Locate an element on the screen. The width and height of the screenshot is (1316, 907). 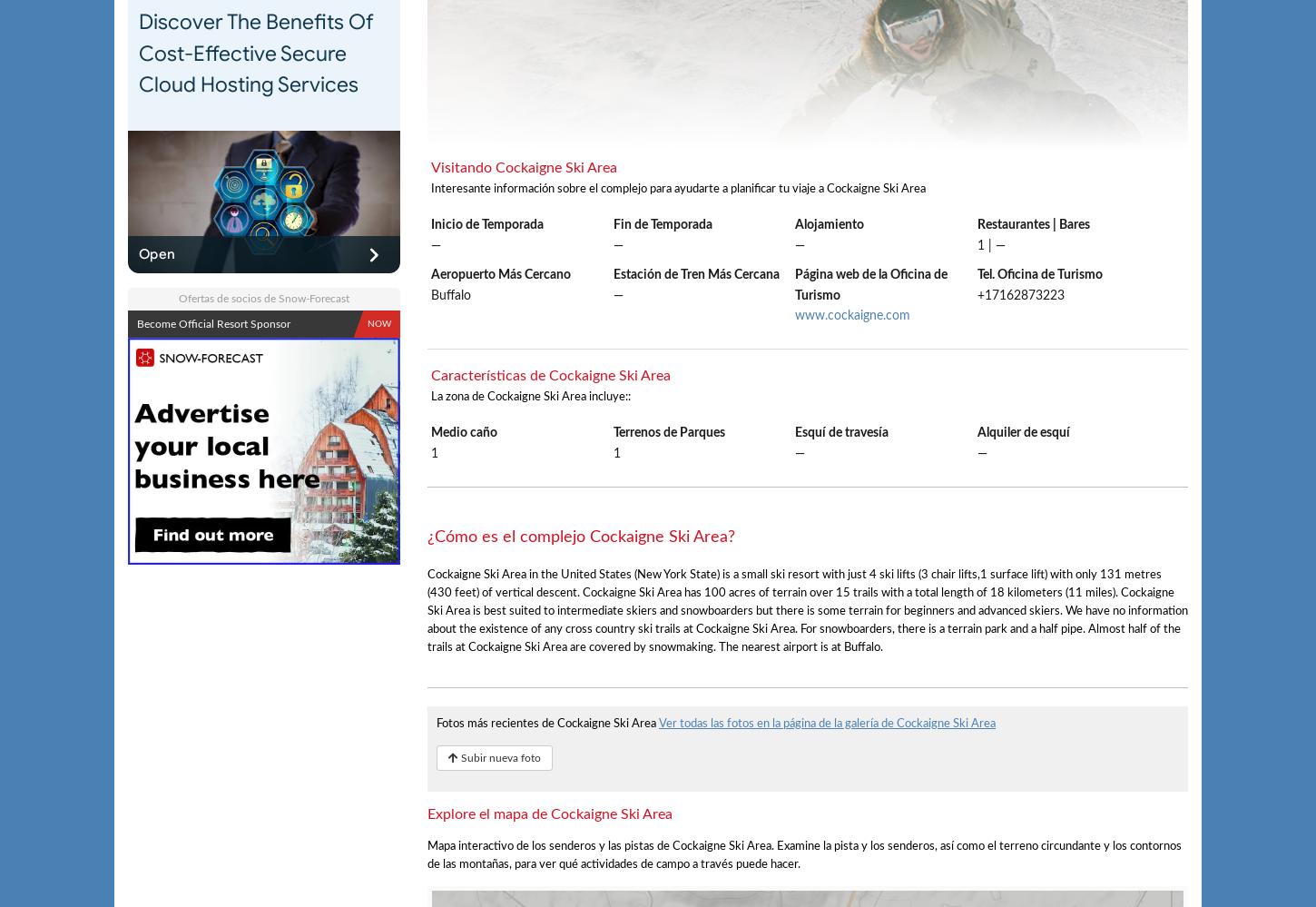
'Características de Cockaigne Ski Area' is located at coordinates (549, 374).